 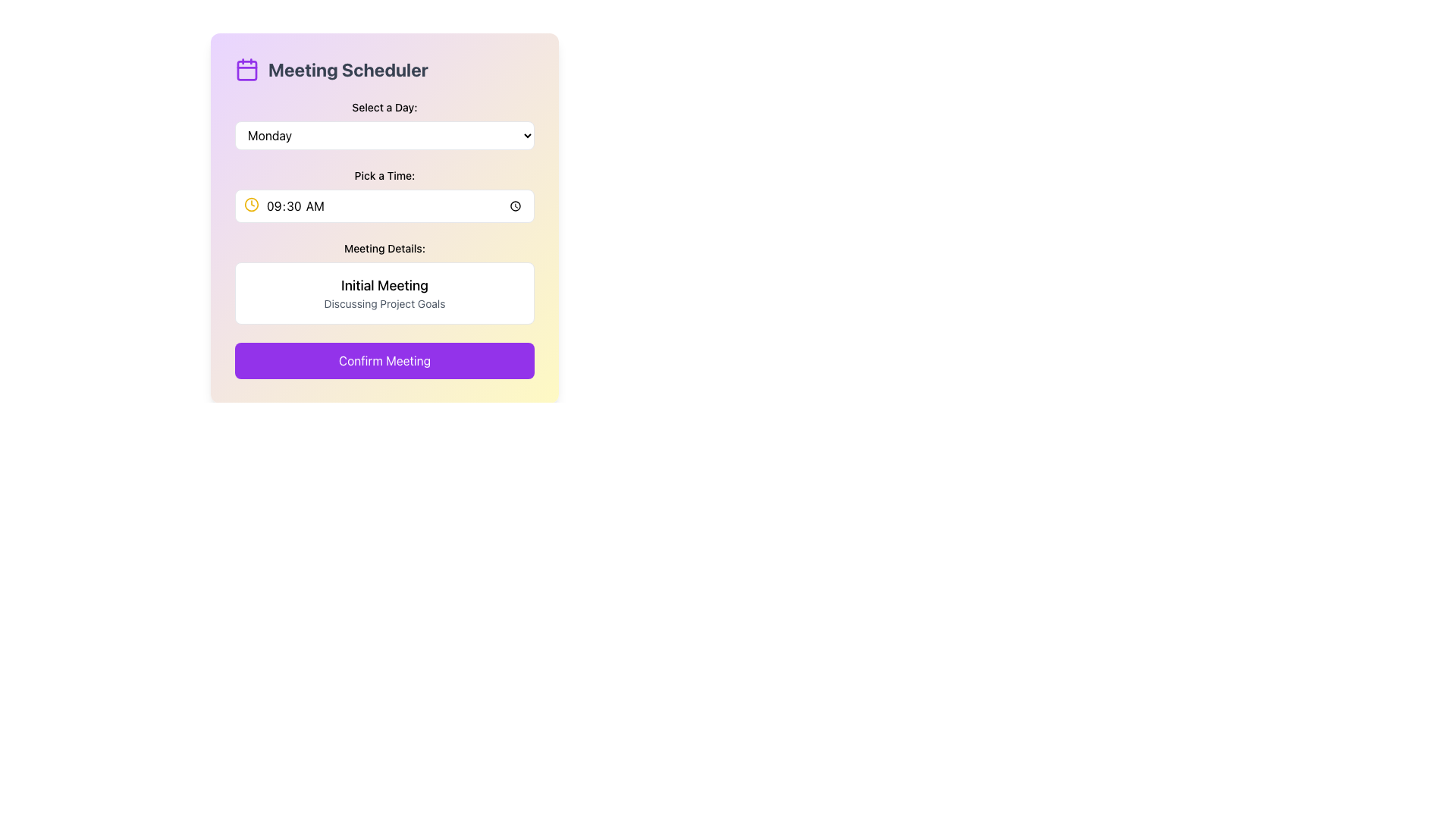 What do you see at coordinates (384, 360) in the screenshot?
I see `the 'Finalize' button at the bottom of the 'Meeting Scheduler' card` at bounding box center [384, 360].